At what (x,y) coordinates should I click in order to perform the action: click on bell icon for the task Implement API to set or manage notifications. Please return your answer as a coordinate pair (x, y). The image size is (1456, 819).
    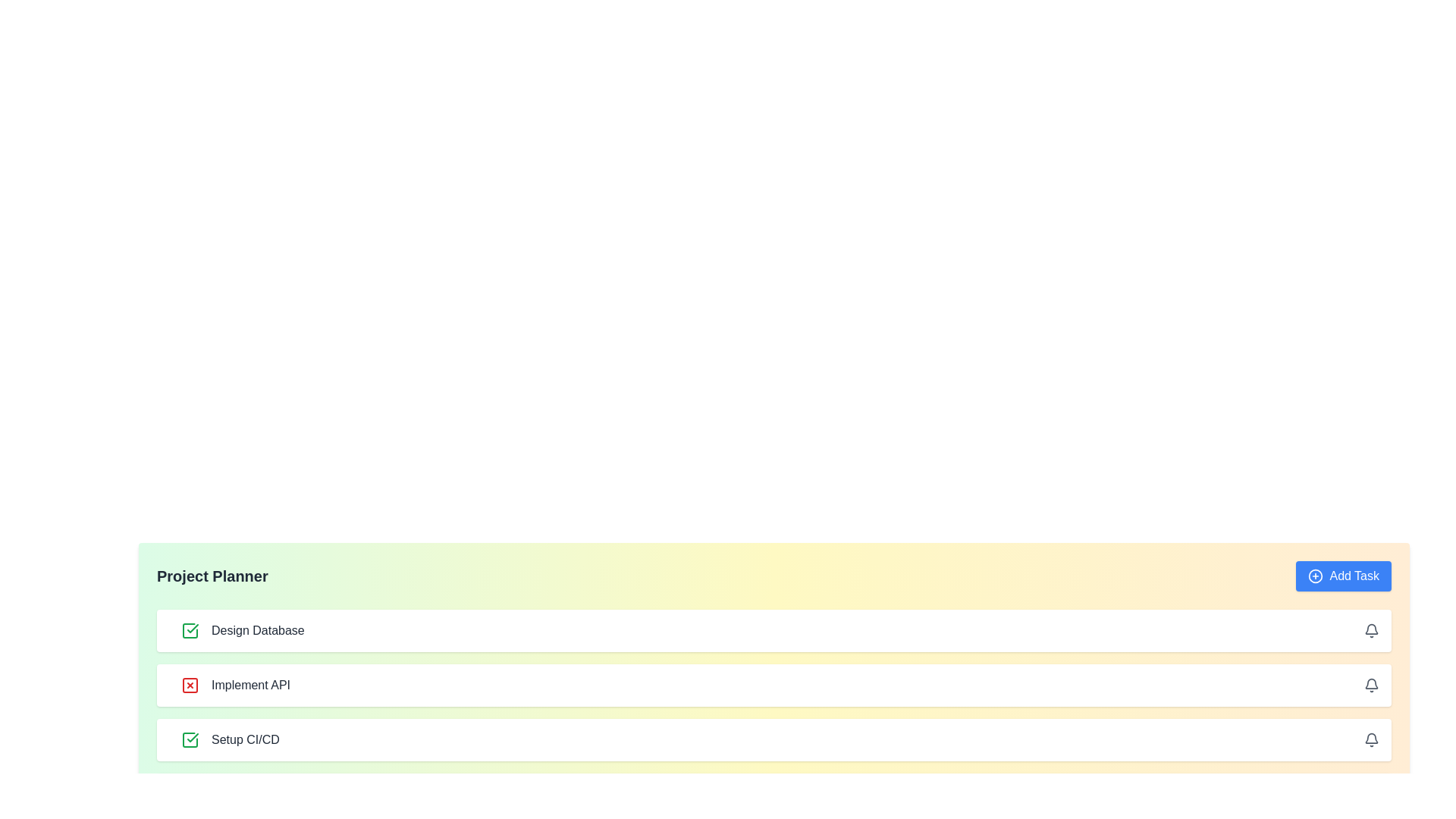
    Looking at the image, I should click on (1372, 685).